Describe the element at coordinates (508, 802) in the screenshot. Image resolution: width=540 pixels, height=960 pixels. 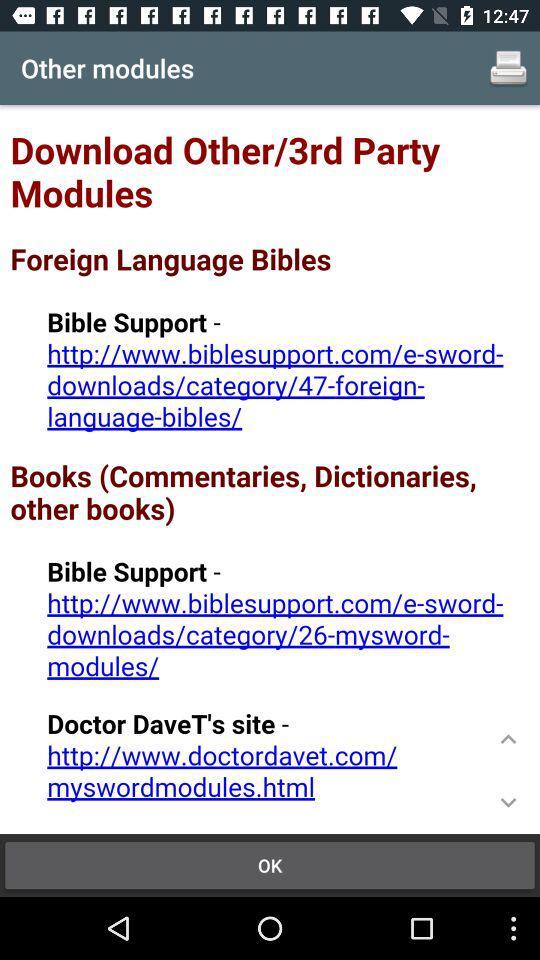
I see `the expand_more icon` at that location.